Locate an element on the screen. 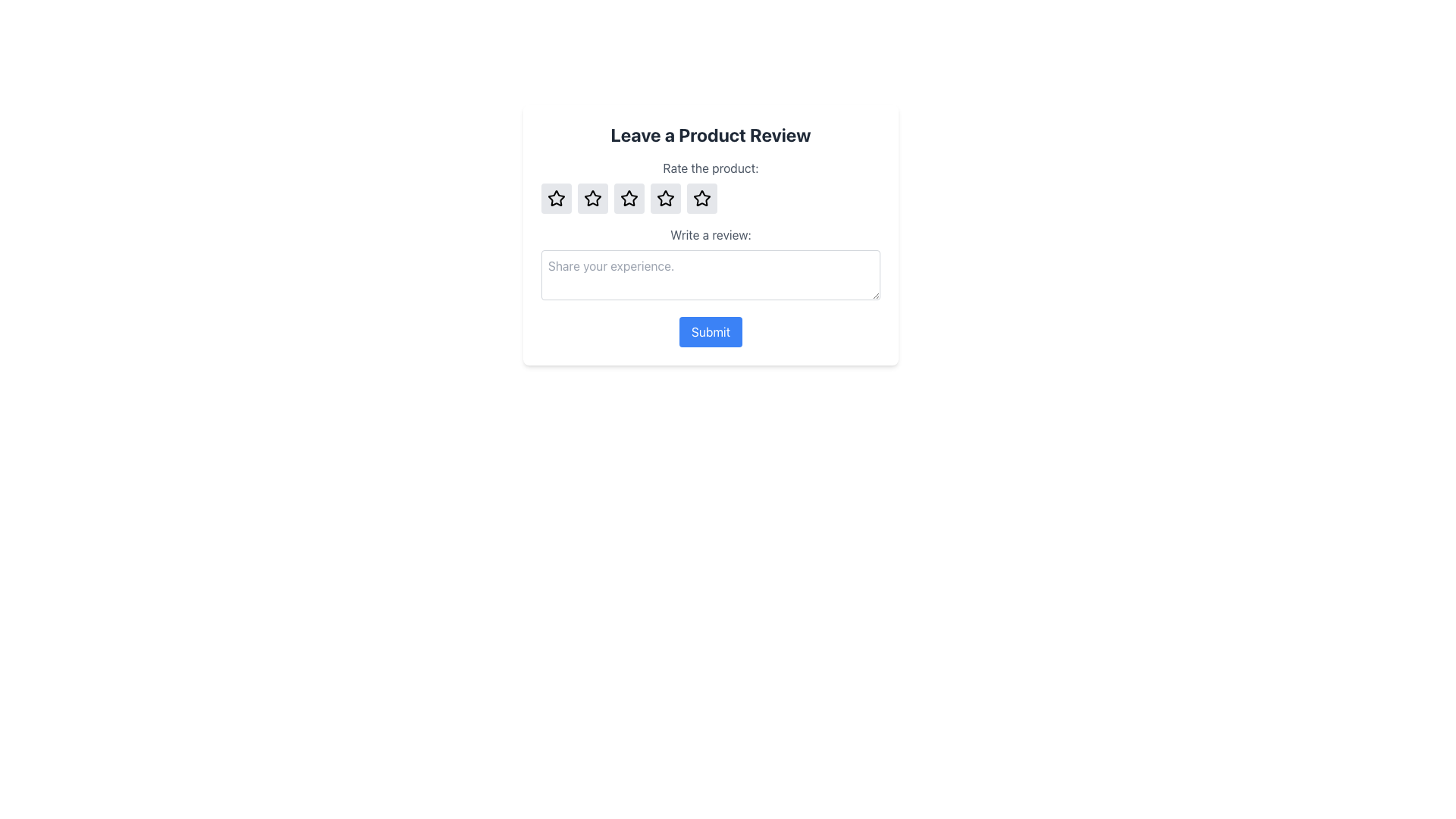 This screenshot has height=819, width=1456. the third star icon in the horizontal row of star ratings is located at coordinates (666, 197).